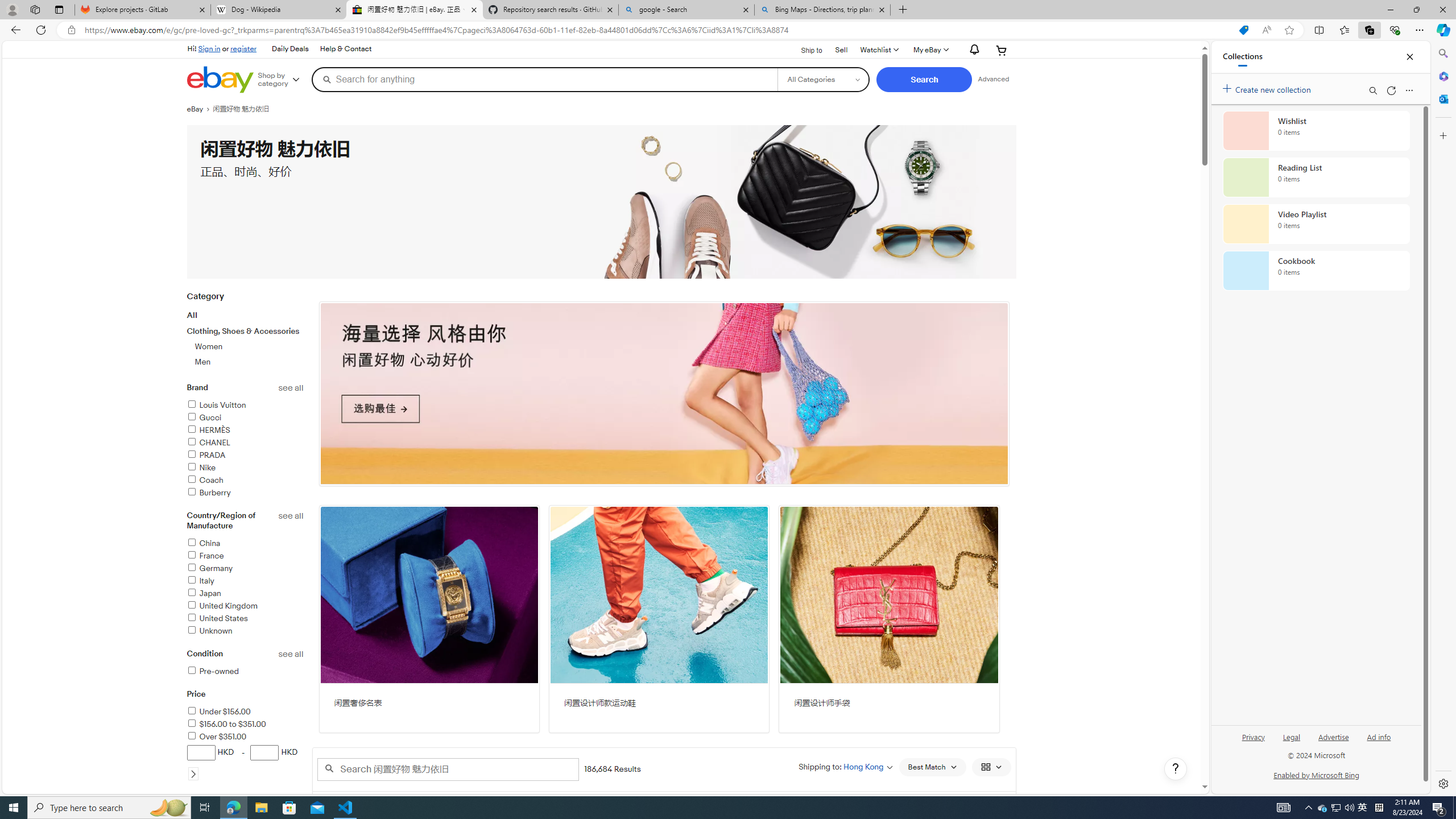 This screenshot has height=819, width=1456. Describe the element at coordinates (345, 49) in the screenshot. I see `'Help & Contact'` at that location.